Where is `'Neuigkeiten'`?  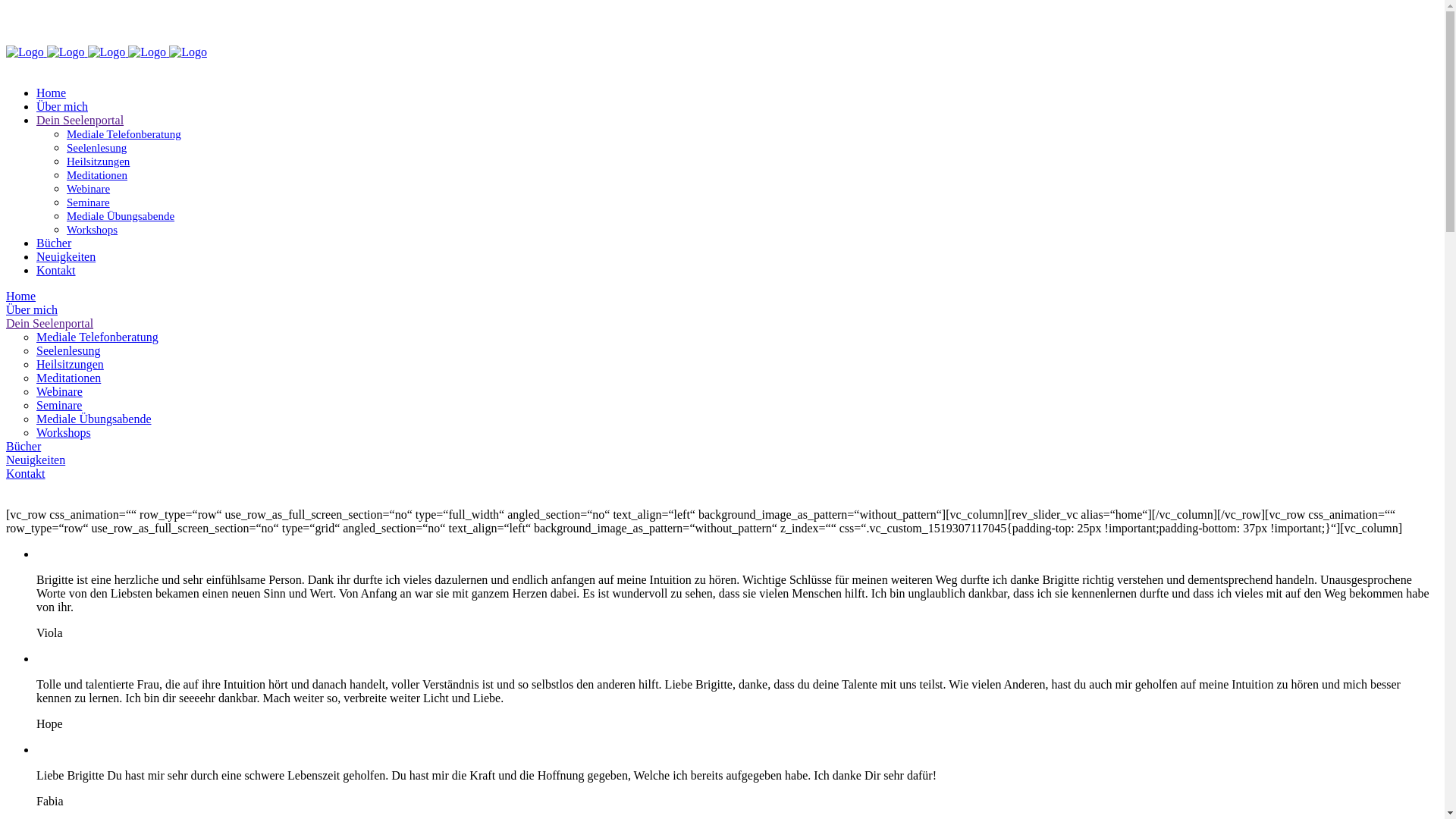
'Neuigkeiten' is located at coordinates (64, 256).